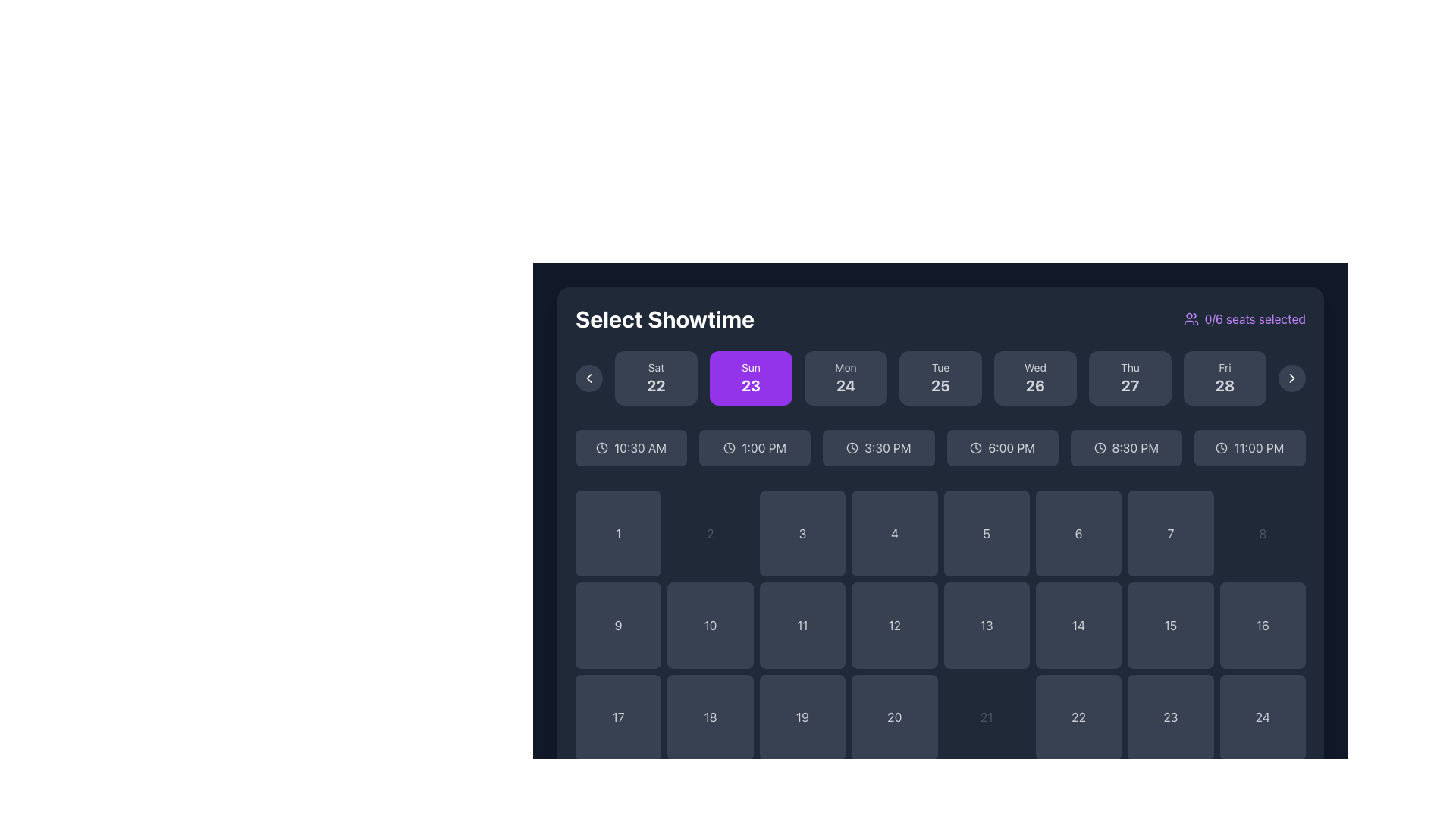 This screenshot has height=819, width=1456. What do you see at coordinates (1034, 377) in the screenshot?
I see `the day selector button for 'Wednesday 26th'` at bounding box center [1034, 377].